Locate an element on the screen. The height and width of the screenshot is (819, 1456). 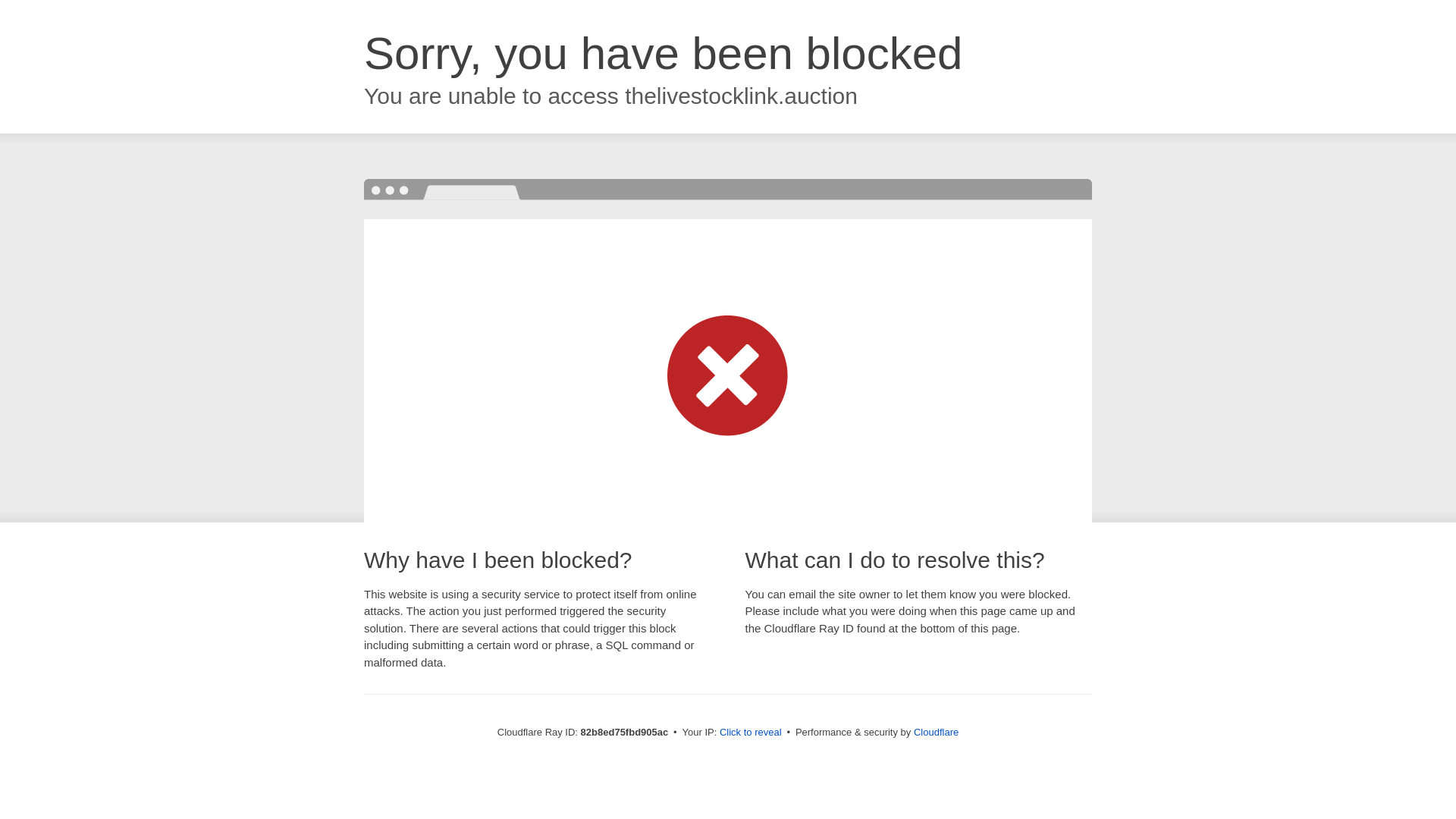
'Click to reveal' is located at coordinates (750, 731).